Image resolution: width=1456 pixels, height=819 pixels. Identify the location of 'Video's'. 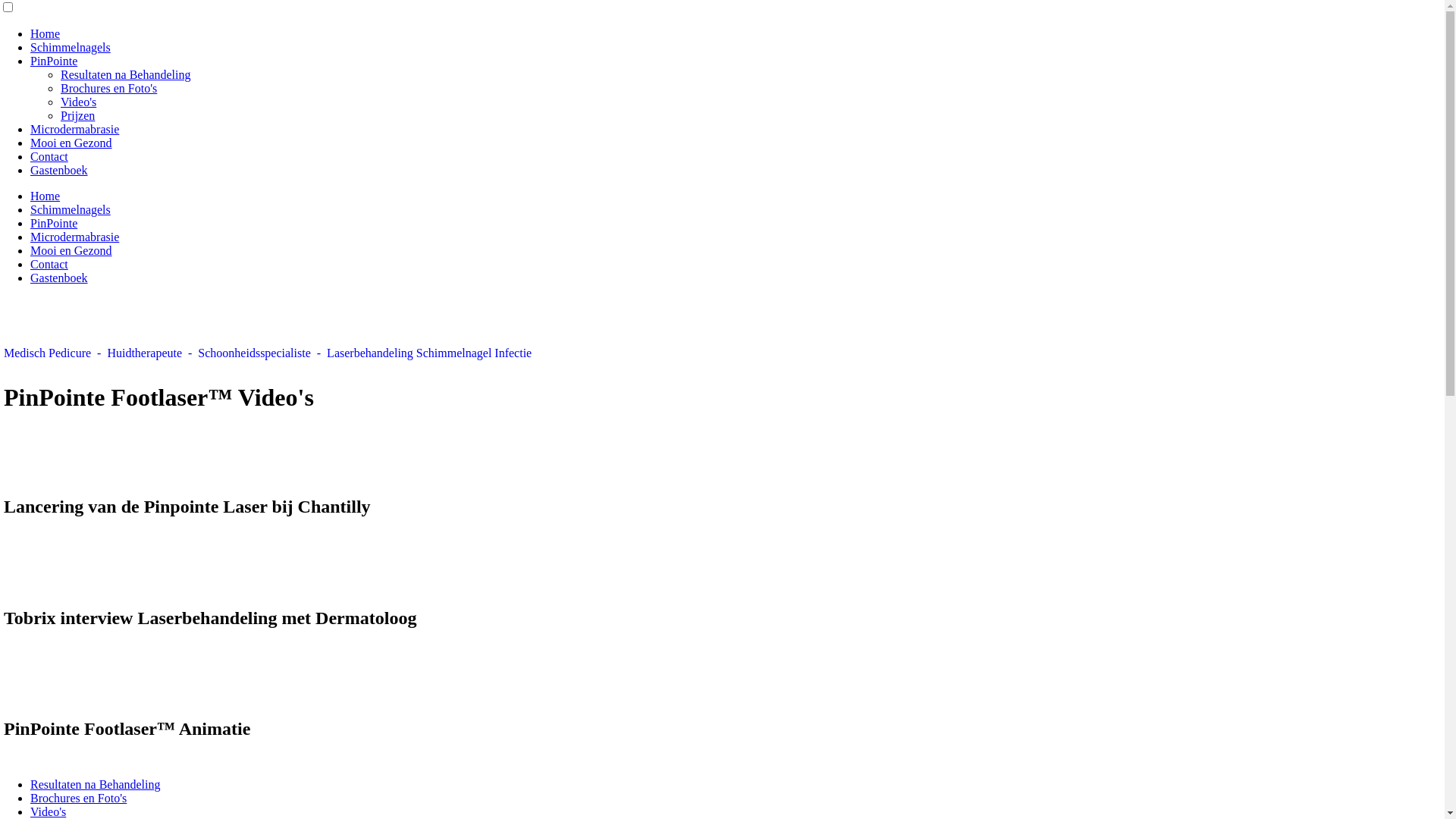
(48, 811).